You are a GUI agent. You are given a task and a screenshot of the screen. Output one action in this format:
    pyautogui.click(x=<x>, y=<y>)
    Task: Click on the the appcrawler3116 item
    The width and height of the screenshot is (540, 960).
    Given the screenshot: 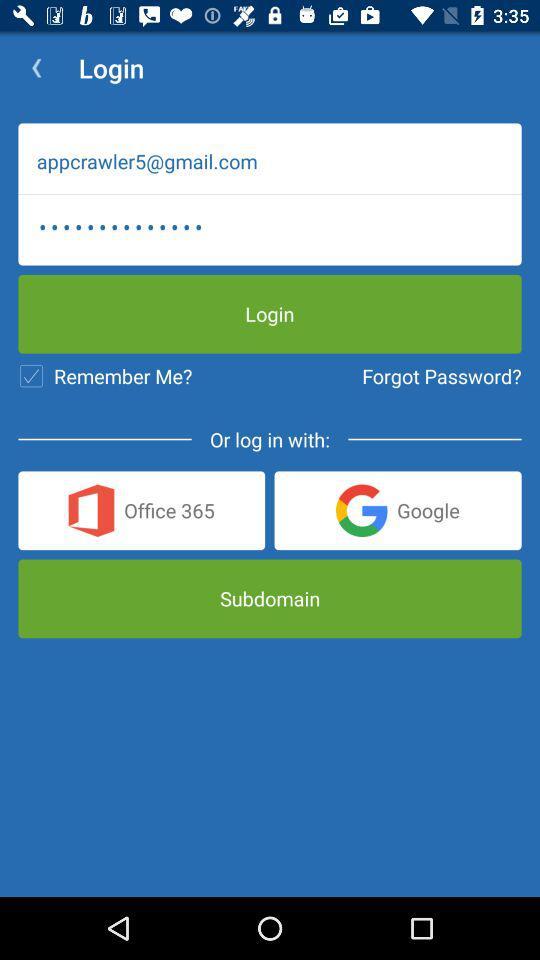 What is the action you would take?
    pyautogui.click(x=270, y=227)
    